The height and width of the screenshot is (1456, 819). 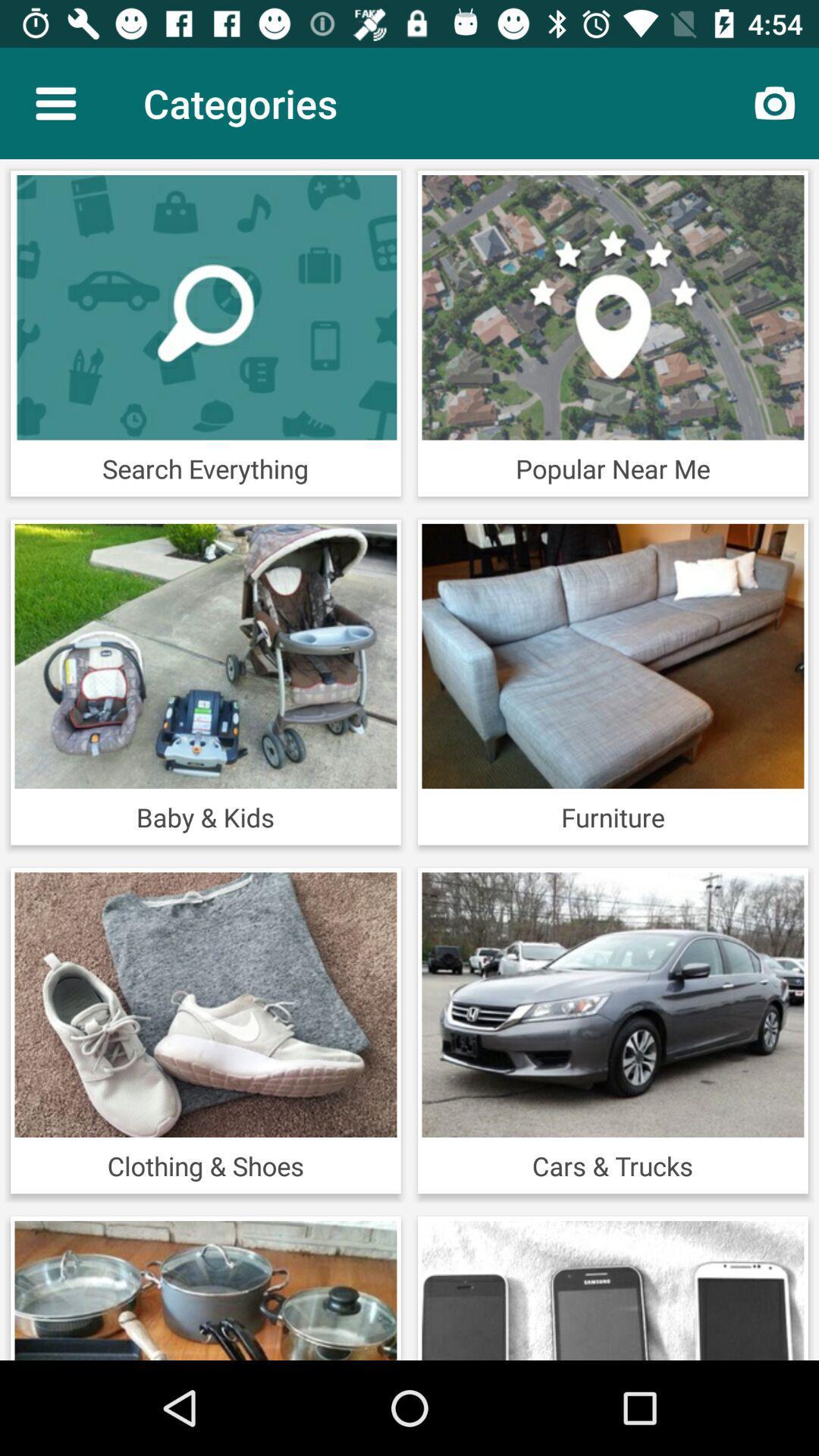 What do you see at coordinates (55, 102) in the screenshot?
I see `the item to the left of the categories item` at bounding box center [55, 102].